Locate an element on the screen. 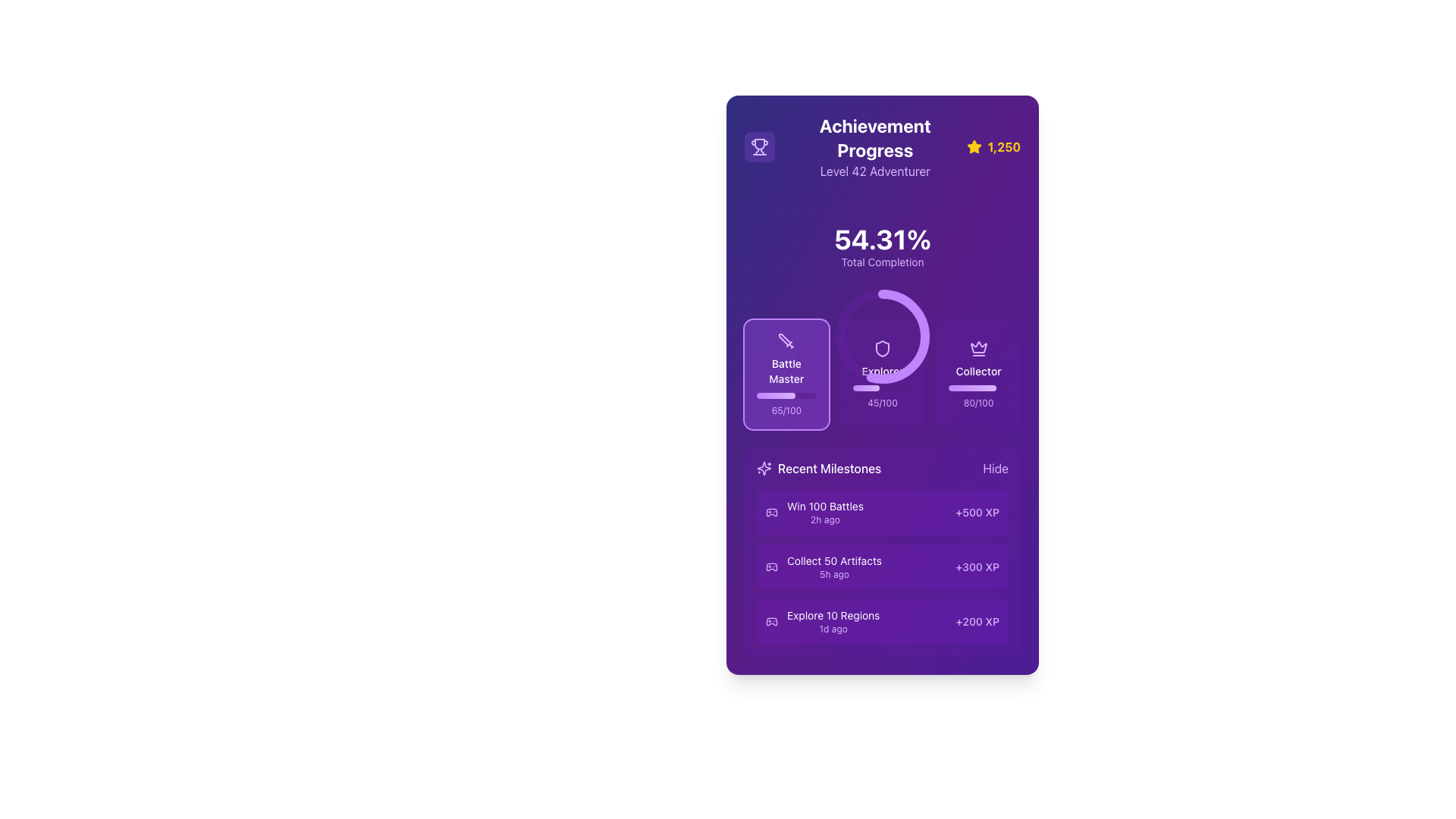 Image resolution: width=1456 pixels, height=819 pixels. the milestone task icon located to the left of the text 'Collect 50 Artifacts' in the 'Recent Milestones' section is located at coordinates (771, 567).